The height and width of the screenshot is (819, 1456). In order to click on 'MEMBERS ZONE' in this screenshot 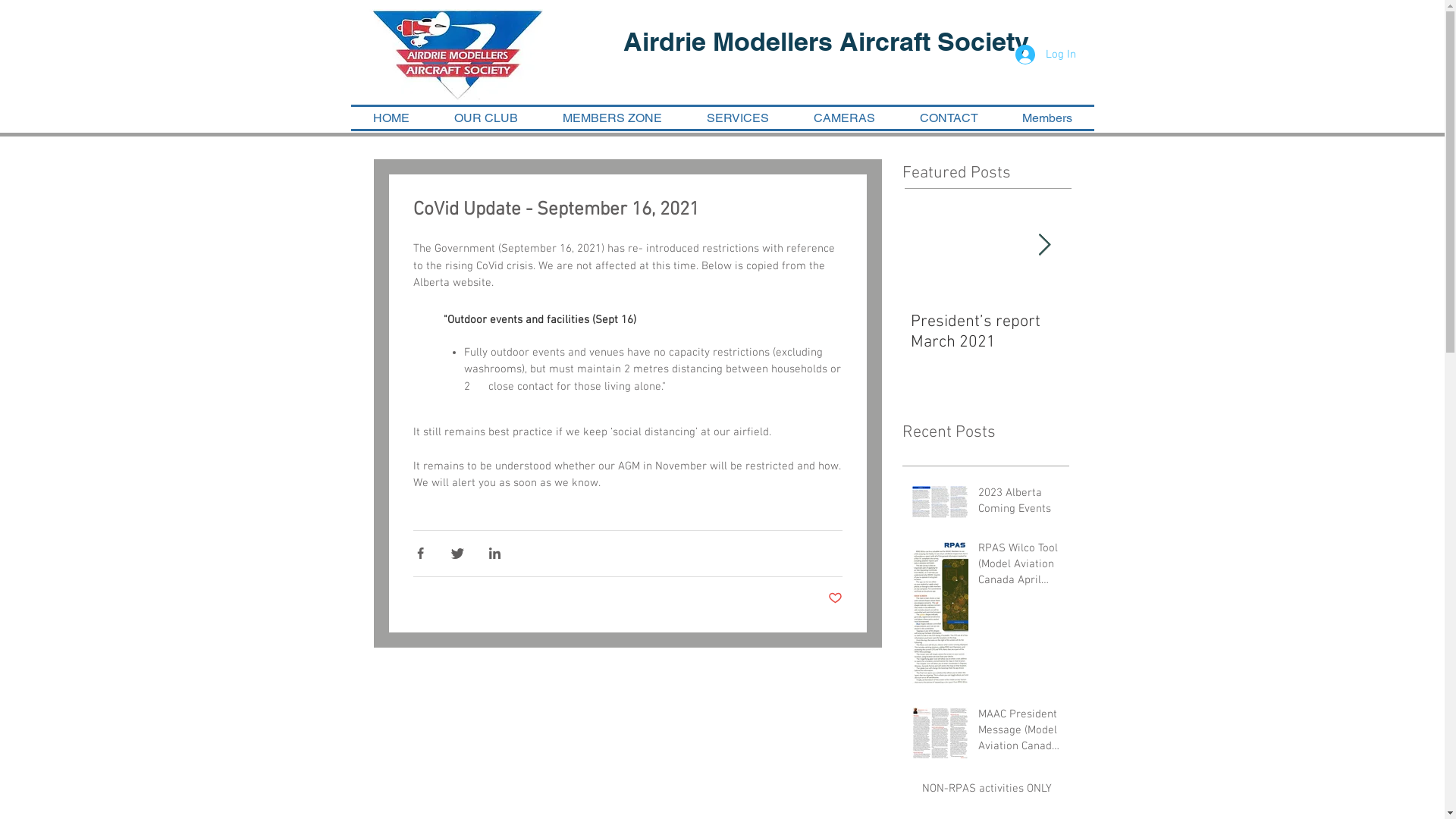, I will do `click(611, 117)`.